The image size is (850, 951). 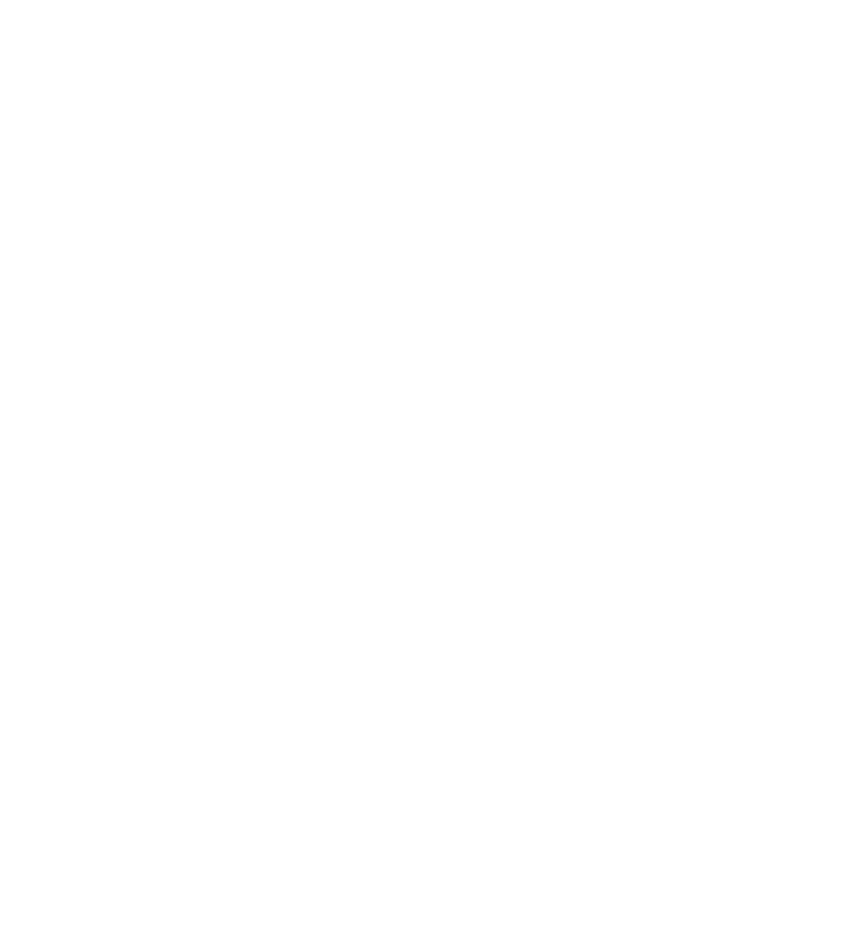 What do you see at coordinates (156, 880) in the screenshot?
I see `'More Insights'` at bounding box center [156, 880].